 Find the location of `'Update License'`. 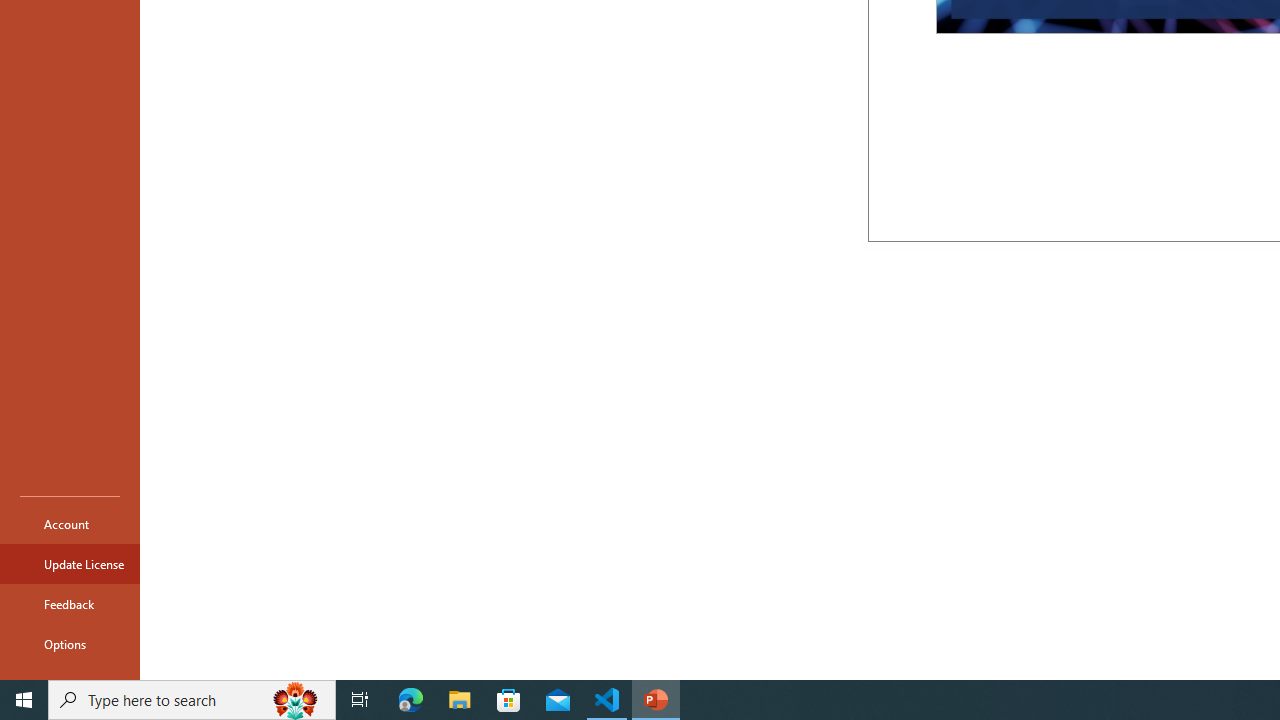

'Update License' is located at coordinates (69, 564).